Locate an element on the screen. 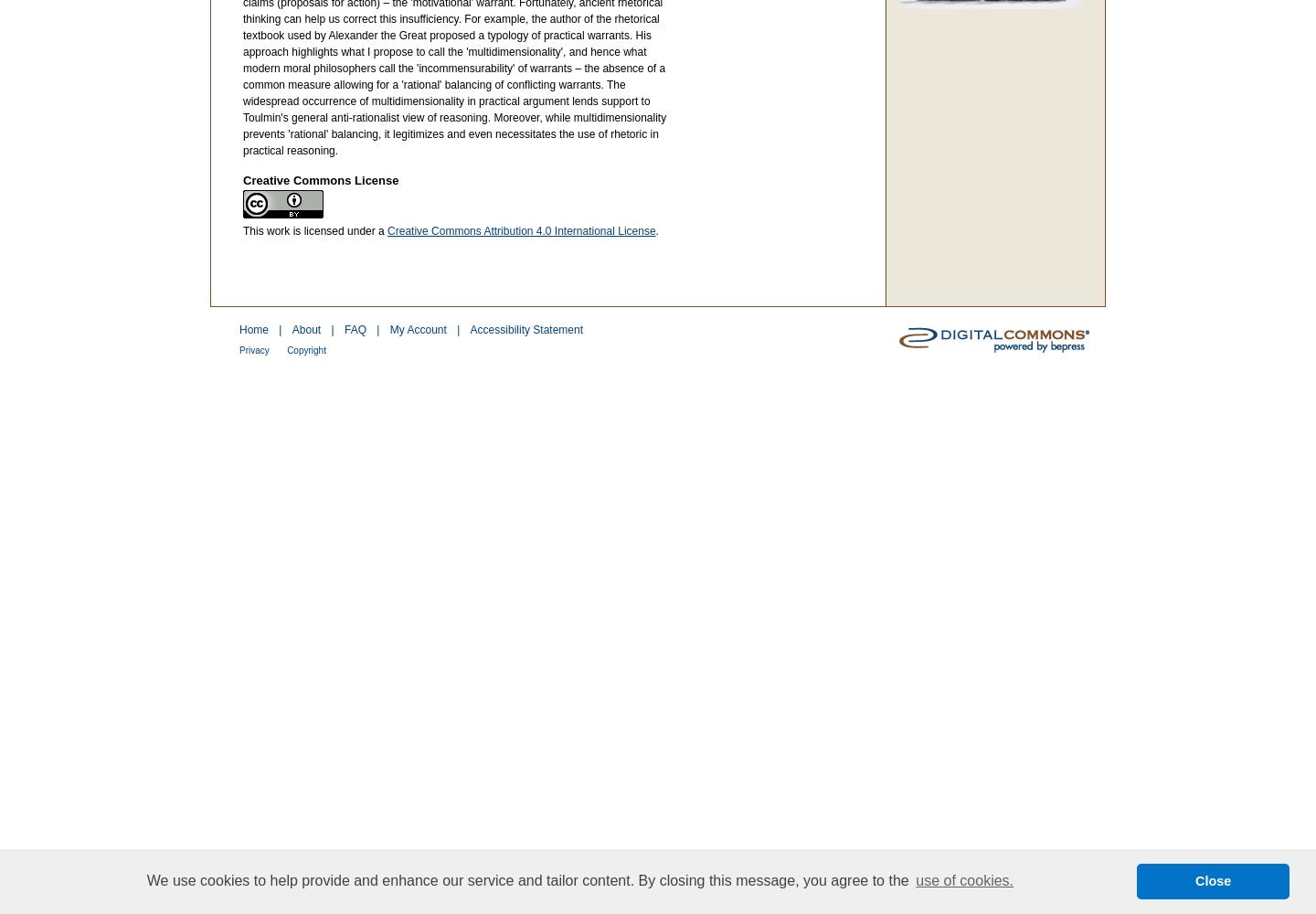  'Copyright' is located at coordinates (305, 350).